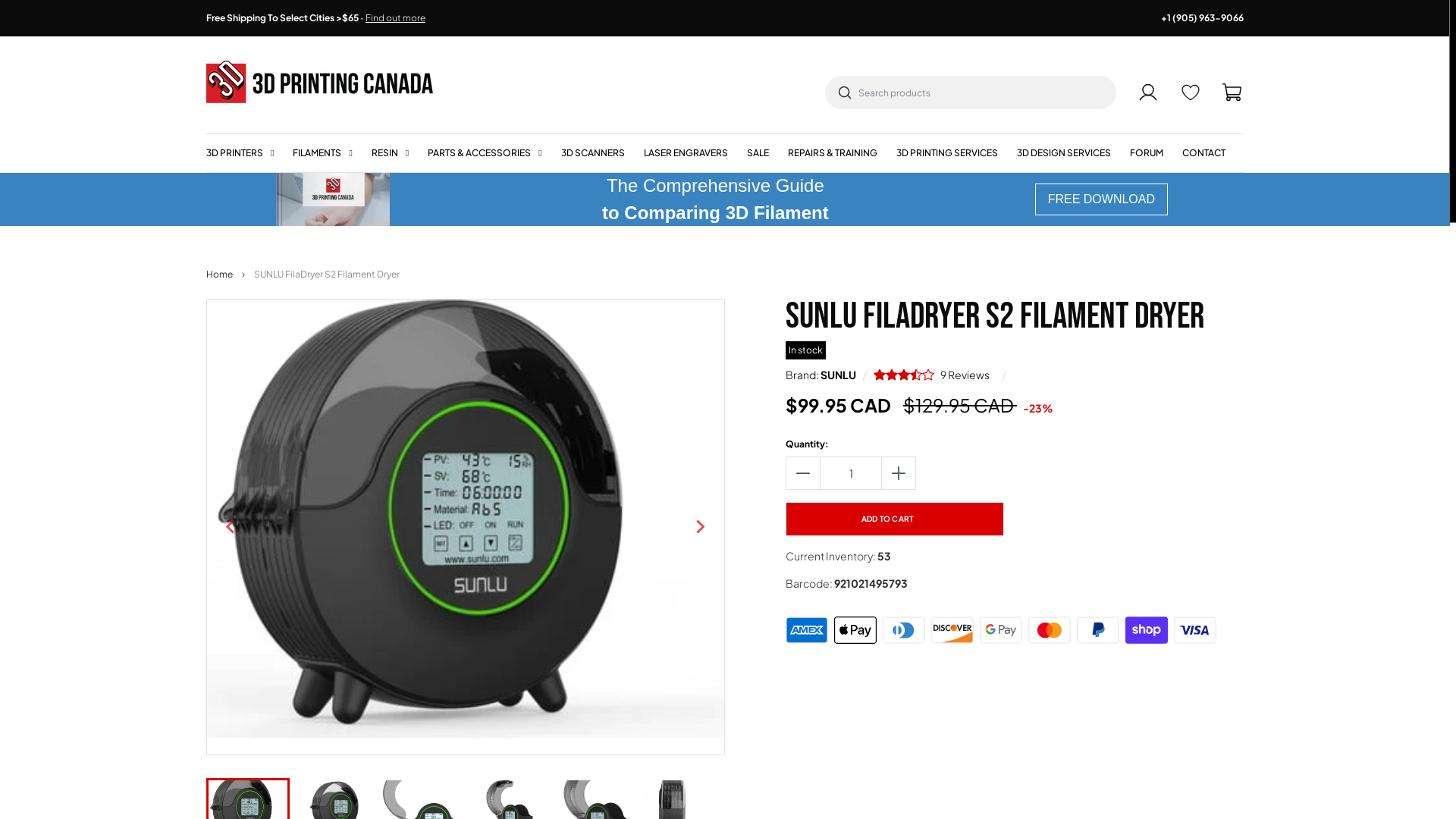 This screenshot has width=1456, height=819. Describe the element at coordinates (322, 152) in the screenshot. I see `'FILAMENTS'` at that location.